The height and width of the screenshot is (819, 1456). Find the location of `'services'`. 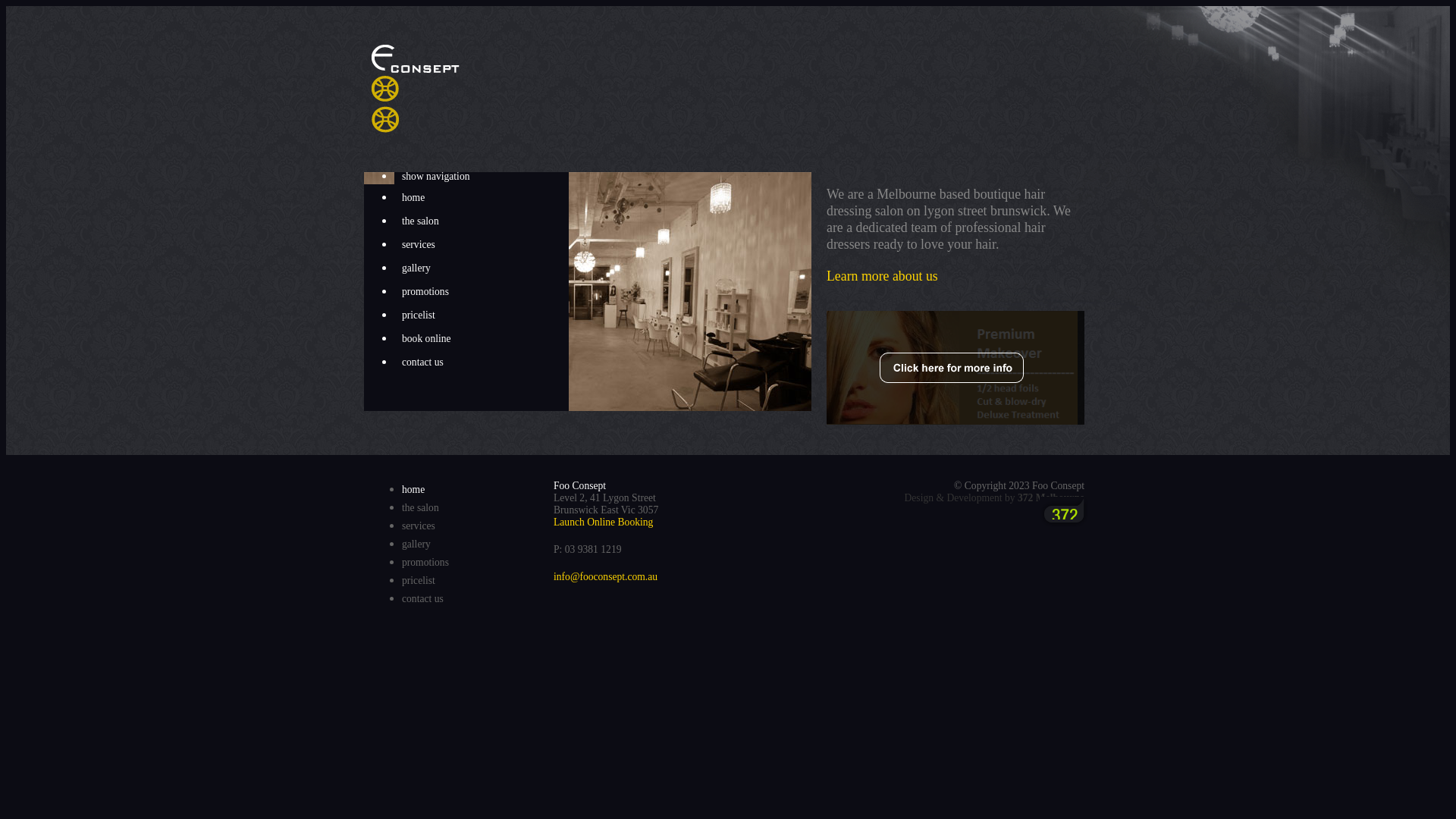

'services' is located at coordinates (394, 244).